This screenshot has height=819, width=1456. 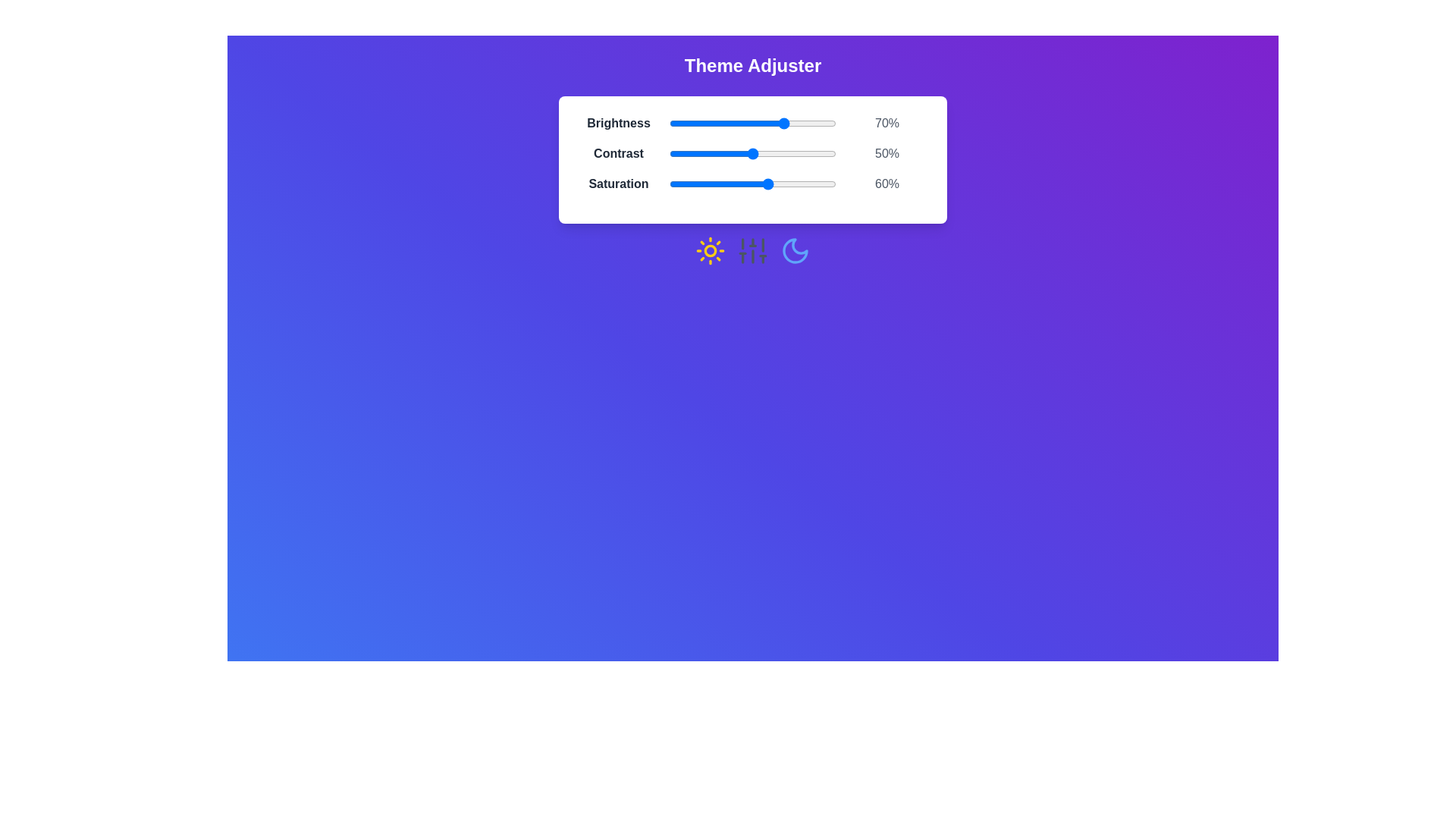 What do you see at coordinates (795, 250) in the screenshot?
I see `the Moon icon` at bounding box center [795, 250].